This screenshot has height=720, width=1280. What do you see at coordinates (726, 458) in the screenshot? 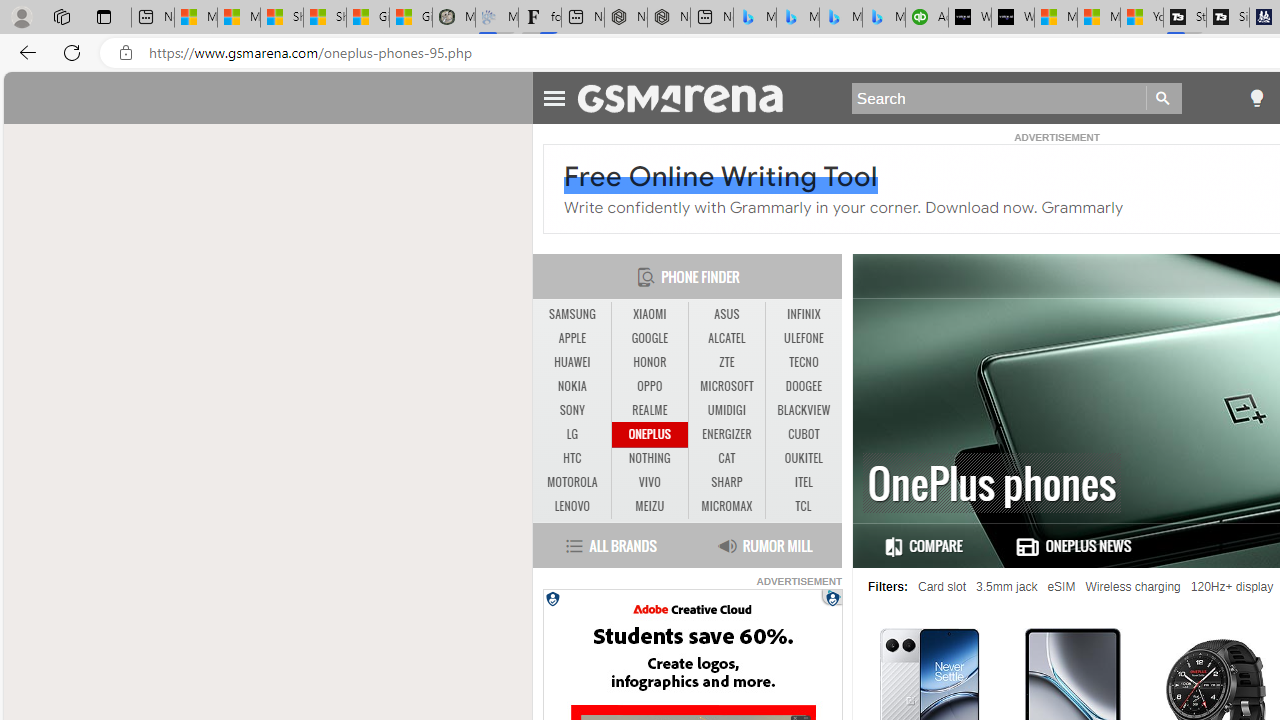
I see `'CAT'` at bounding box center [726, 458].